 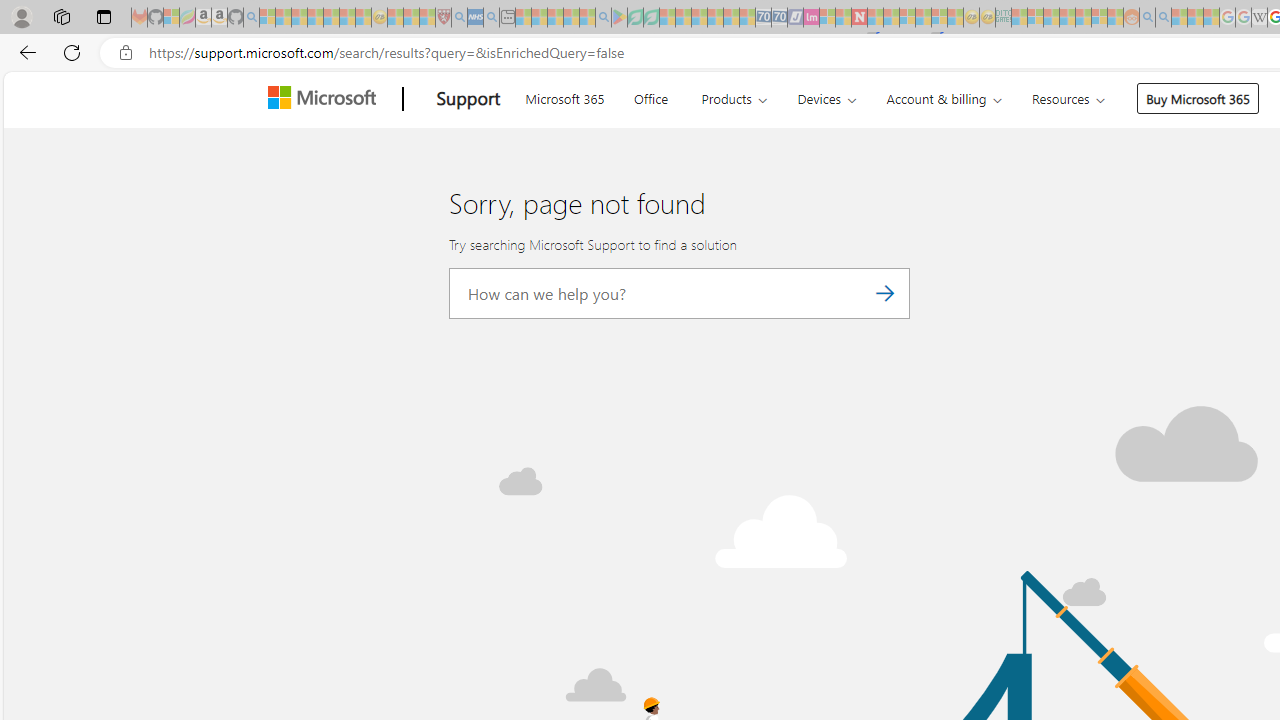 What do you see at coordinates (570, 17) in the screenshot?
I see `'Pets - MSN - Sleeping'` at bounding box center [570, 17].